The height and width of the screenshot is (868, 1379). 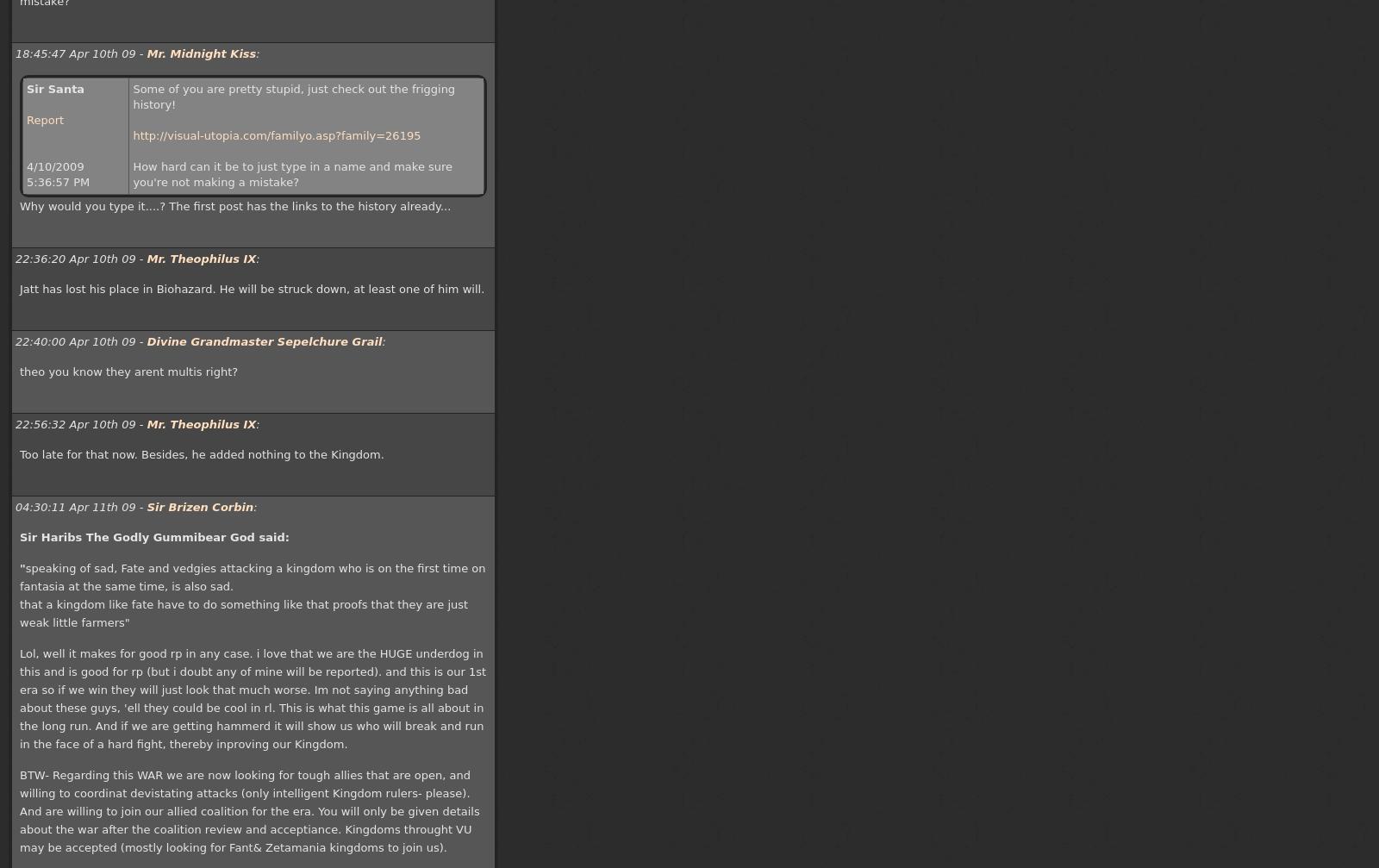 I want to click on 'Report', so click(x=44, y=120).